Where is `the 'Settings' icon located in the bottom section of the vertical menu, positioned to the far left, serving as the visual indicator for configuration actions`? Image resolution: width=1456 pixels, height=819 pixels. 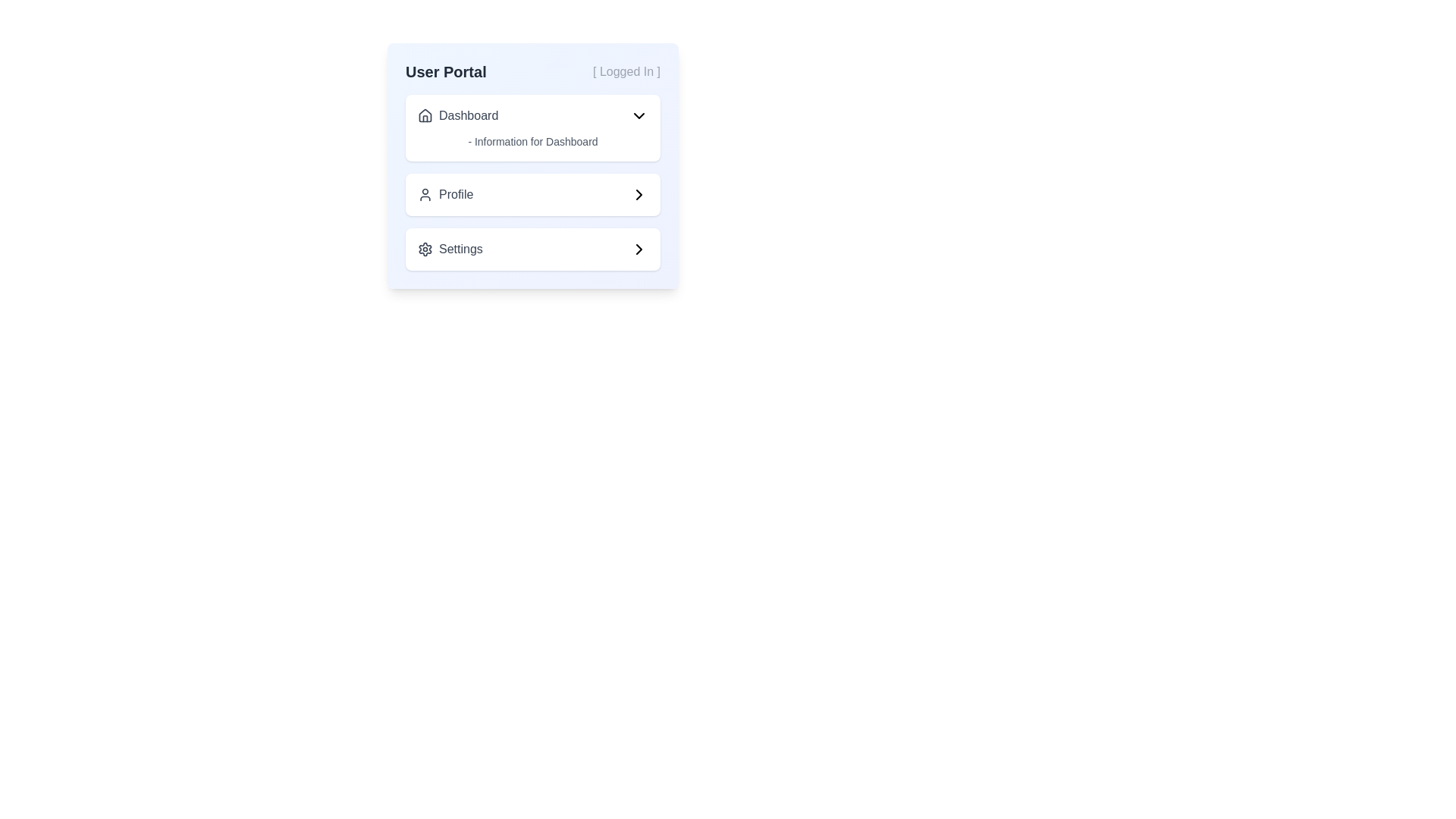 the 'Settings' icon located in the bottom section of the vertical menu, positioned to the far left, serving as the visual indicator for configuration actions is located at coordinates (425, 248).